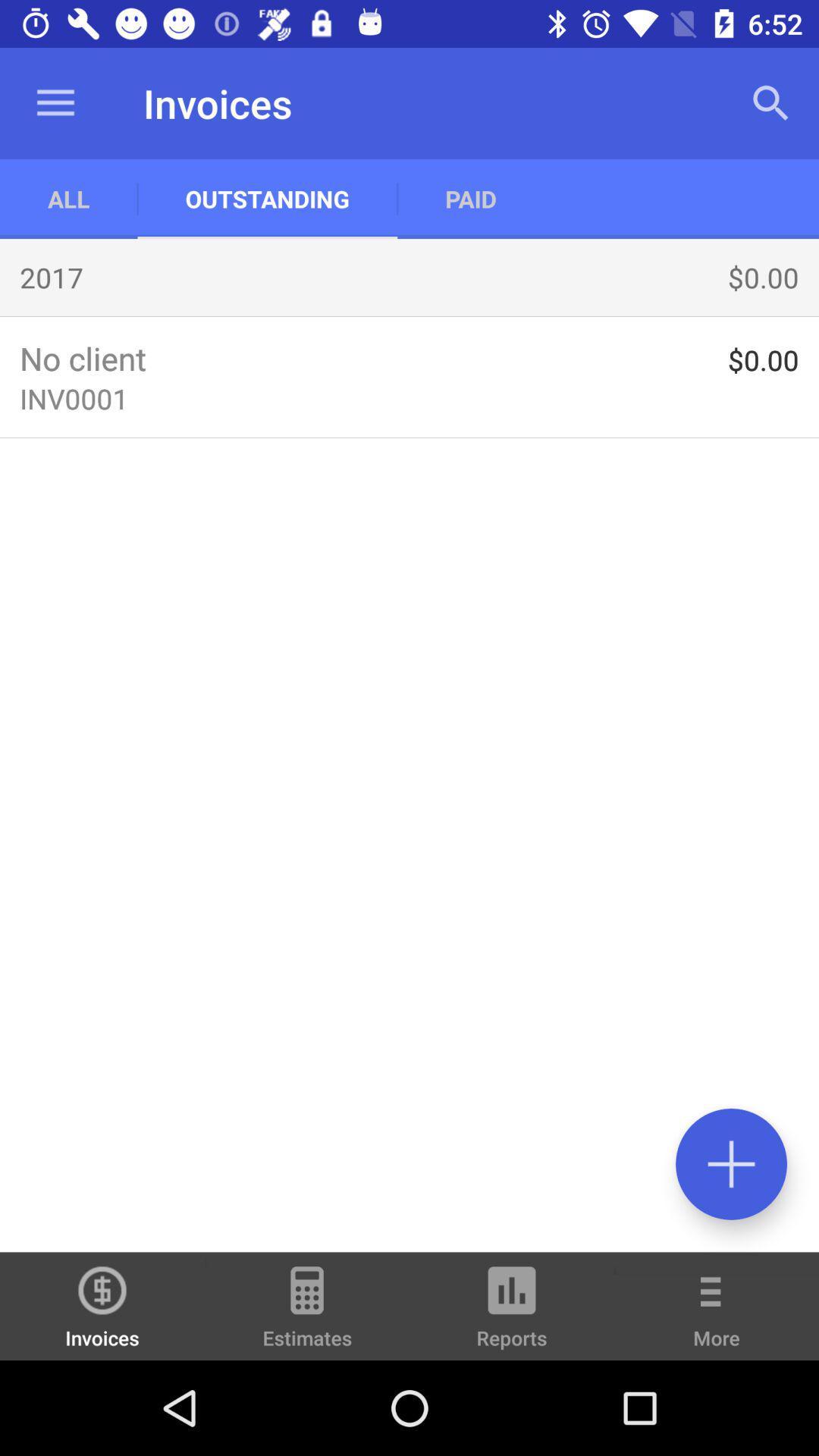 The height and width of the screenshot is (1456, 819). Describe the element at coordinates (409, 315) in the screenshot. I see `icon below the 2017 item` at that location.